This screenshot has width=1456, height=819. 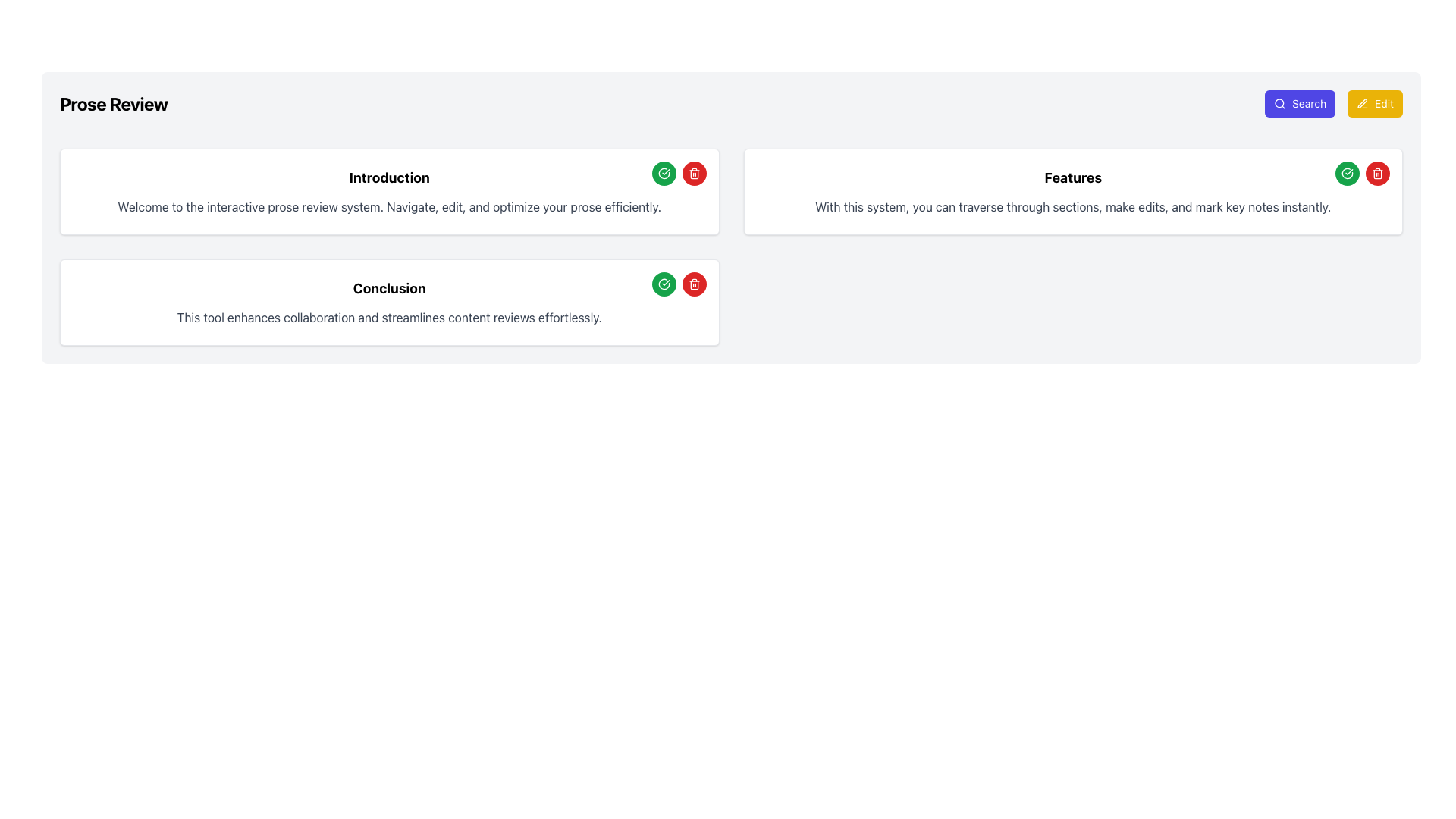 I want to click on the search icon located within the purple button labeled 'Search' in the top-right corner of the interface, so click(x=1279, y=103).